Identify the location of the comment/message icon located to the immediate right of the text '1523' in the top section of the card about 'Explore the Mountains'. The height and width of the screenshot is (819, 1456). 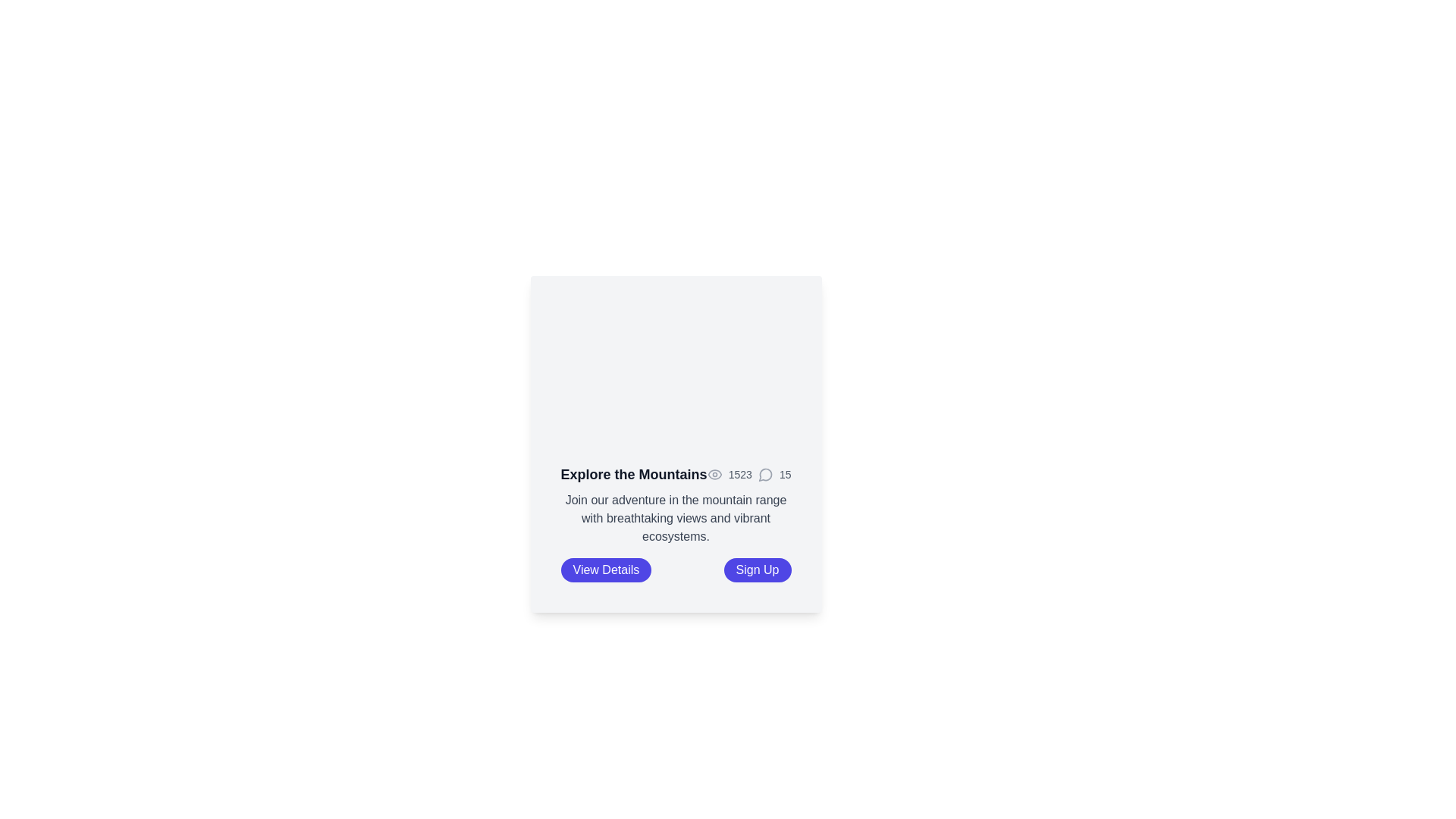
(765, 473).